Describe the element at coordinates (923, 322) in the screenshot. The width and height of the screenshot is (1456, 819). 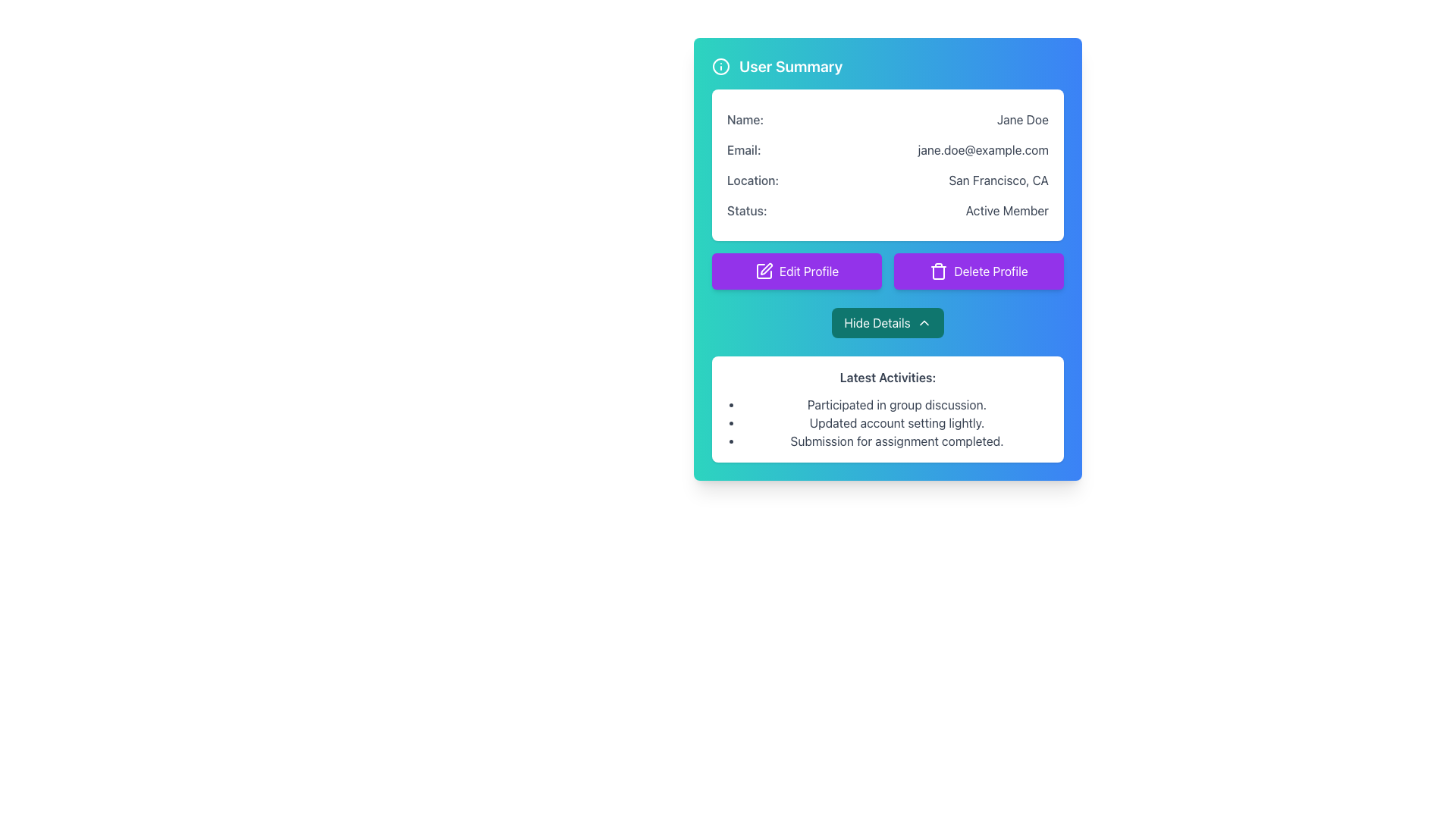
I see `the upward arrow icon within the 'Hide Details' button, which is located below the 'Edit Profile' and 'Delete Profile' buttons` at that location.